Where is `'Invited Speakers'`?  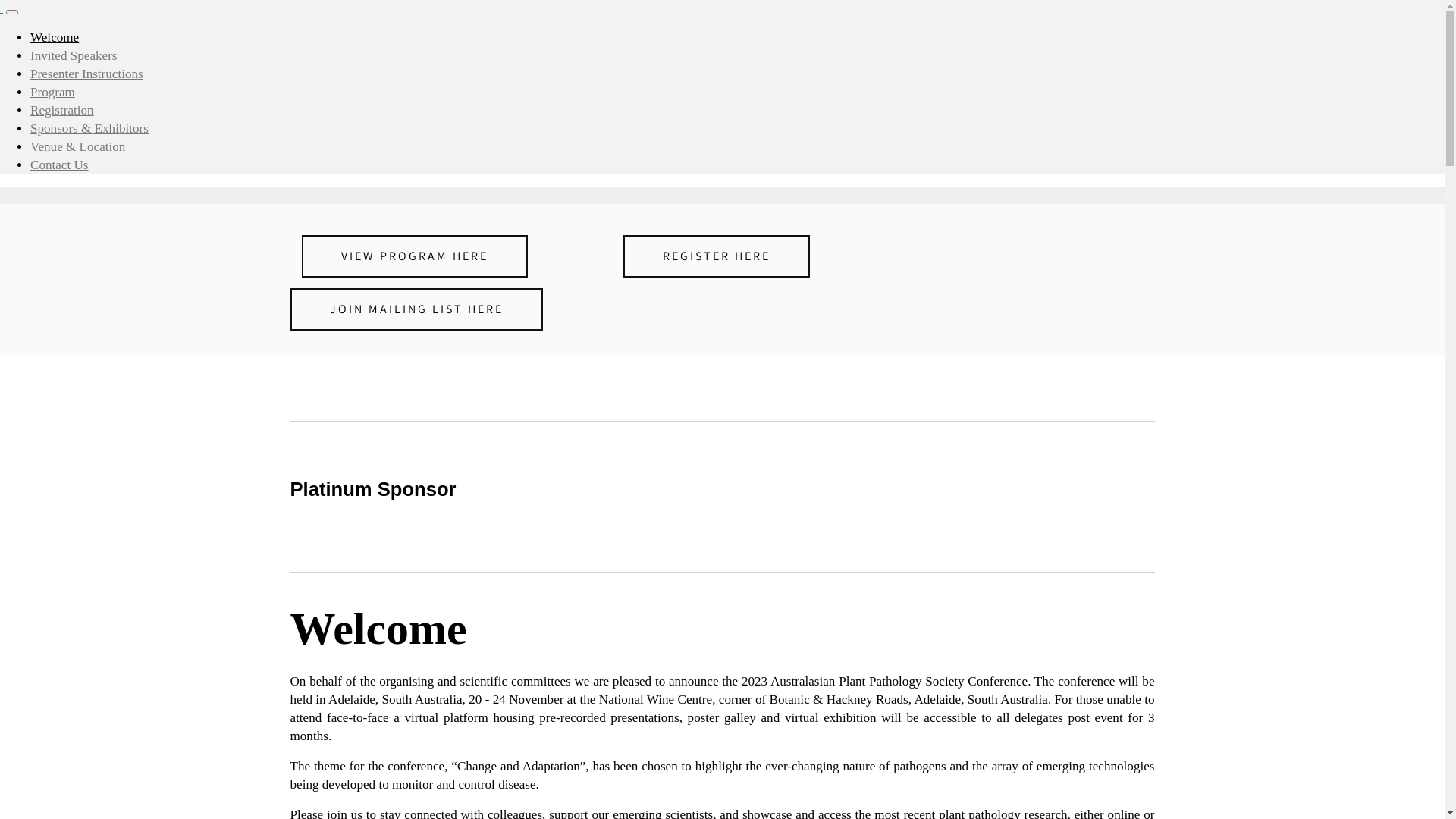 'Invited Speakers' is located at coordinates (73, 55).